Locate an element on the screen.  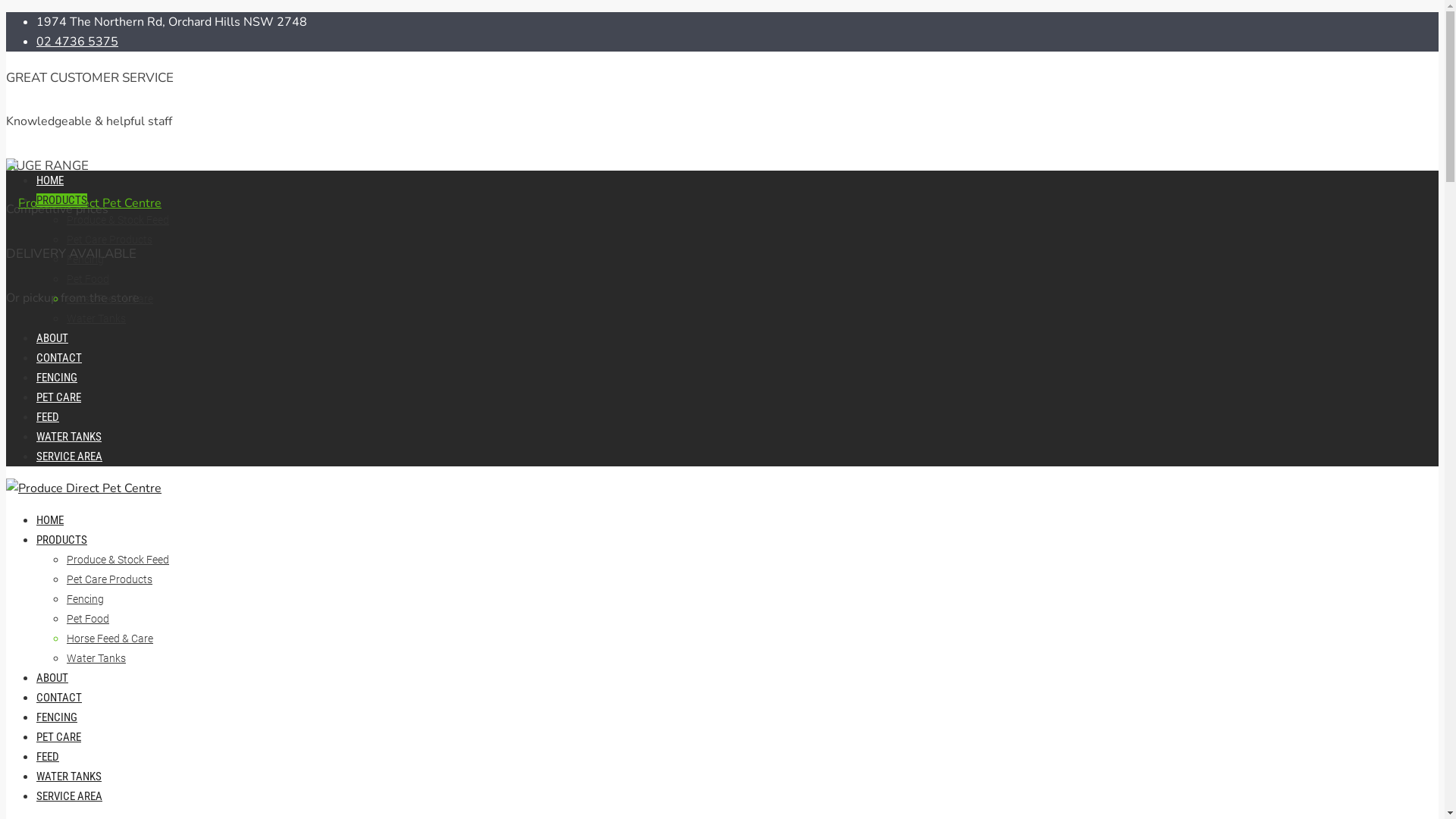
'Produce & Stock Feed' is located at coordinates (65, 559).